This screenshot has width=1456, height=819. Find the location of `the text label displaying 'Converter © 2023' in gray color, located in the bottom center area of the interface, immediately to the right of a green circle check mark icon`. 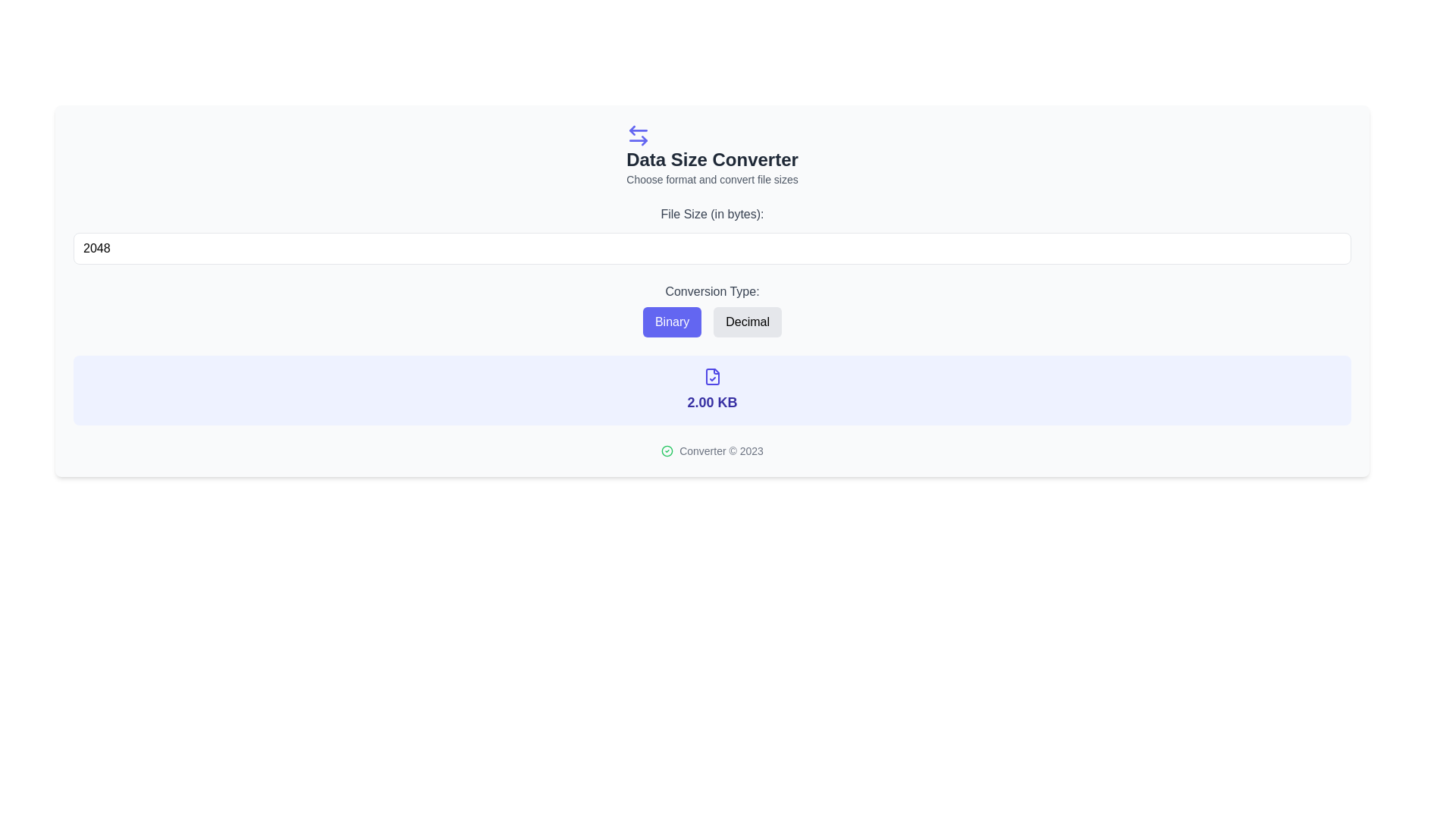

the text label displaying 'Converter © 2023' in gray color, located in the bottom center area of the interface, immediately to the right of a green circle check mark icon is located at coordinates (720, 450).